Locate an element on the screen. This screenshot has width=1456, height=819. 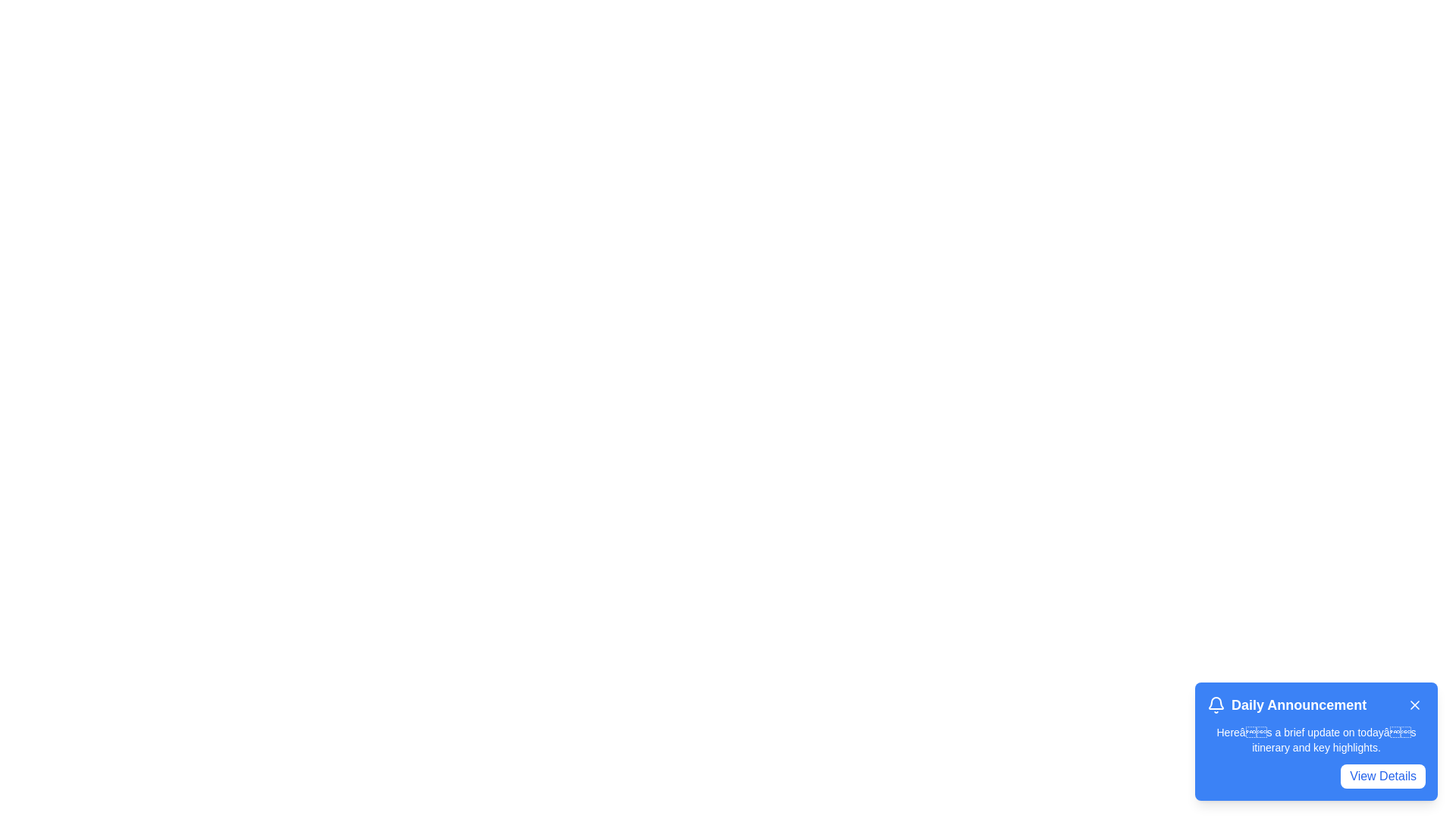
the close button to dismiss the snackbar is located at coordinates (1414, 704).